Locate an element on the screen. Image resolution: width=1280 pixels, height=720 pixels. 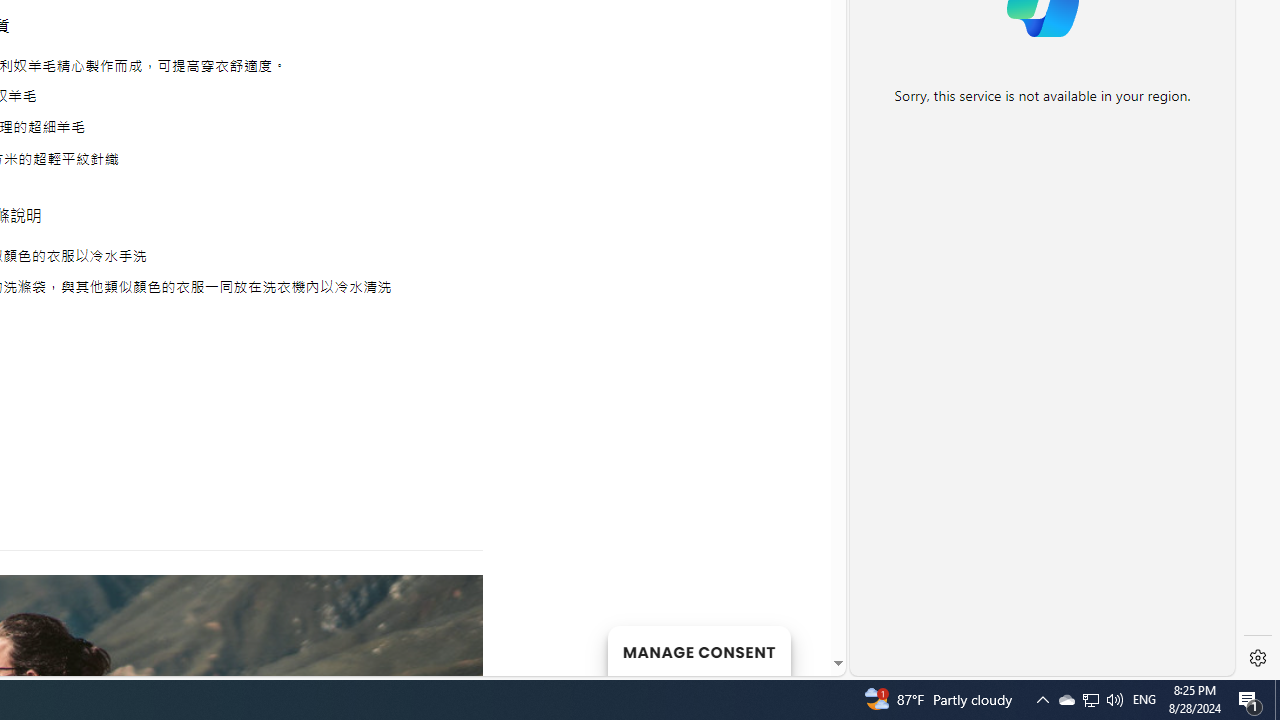
'MANAGE CONSENT' is located at coordinates (698, 650).